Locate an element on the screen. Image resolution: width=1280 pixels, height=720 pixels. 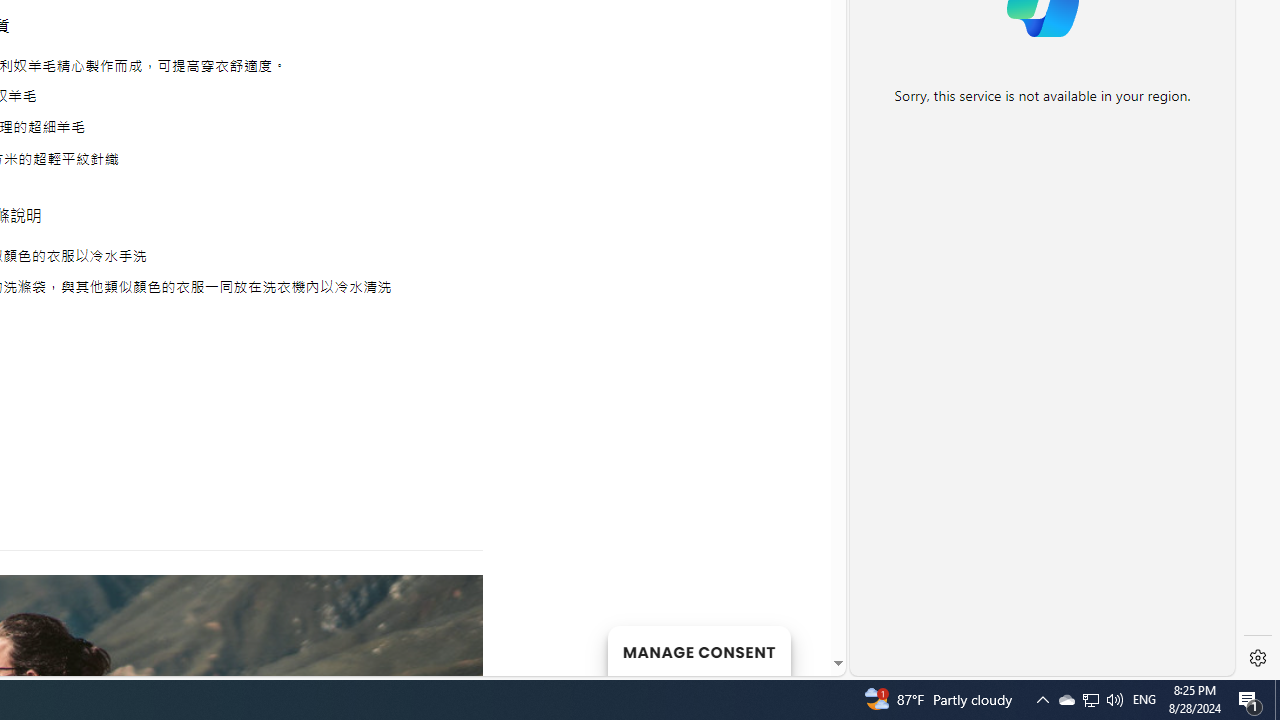
'MANAGE CONSENT' is located at coordinates (698, 650).